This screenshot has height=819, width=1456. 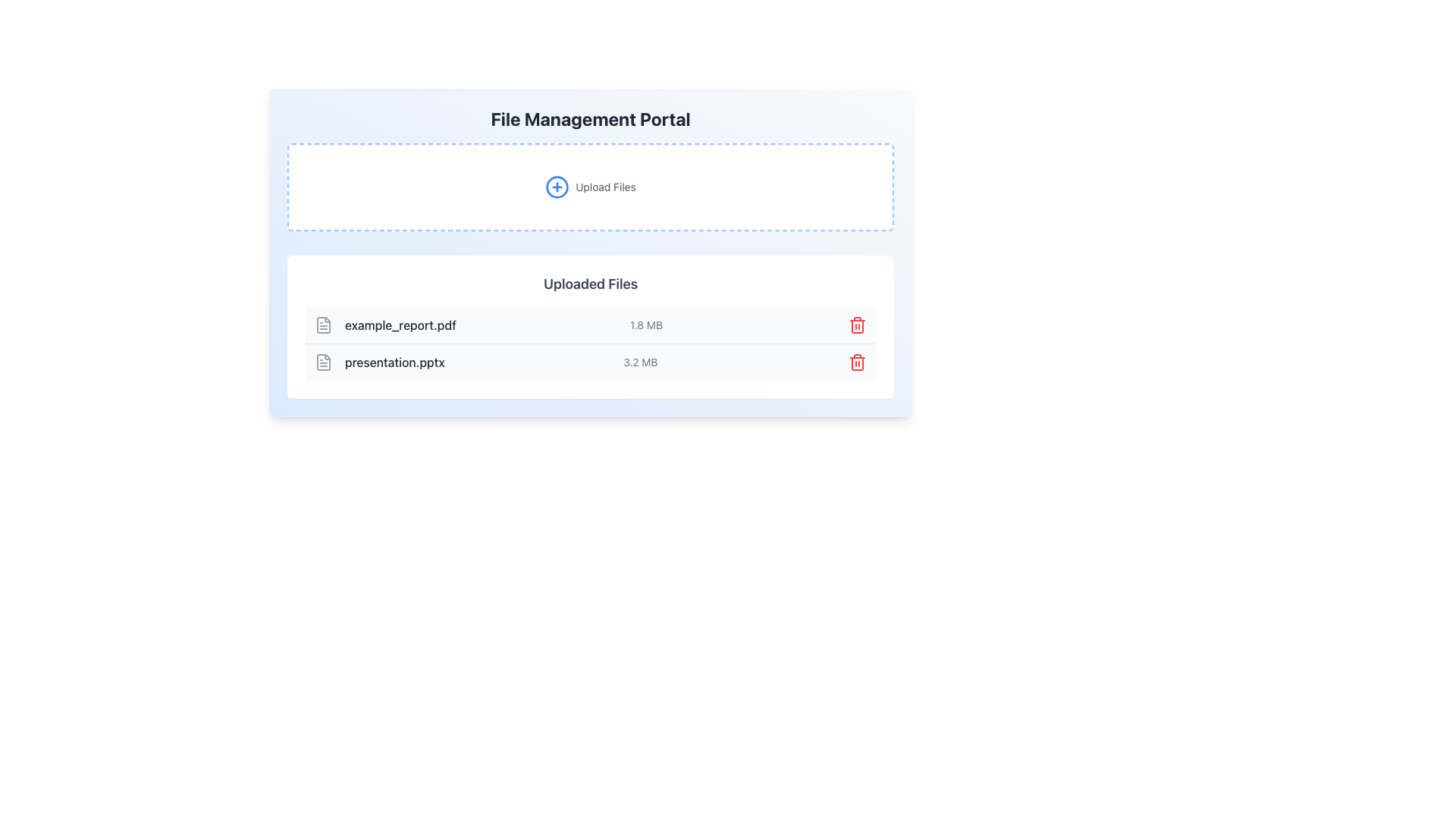 What do you see at coordinates (589, 343) in the screenshot?
I see `the file name and size in the List of File Entries located in the 'Uploaded Files' section of the File Management Portal` at bounding box center [589, 343].